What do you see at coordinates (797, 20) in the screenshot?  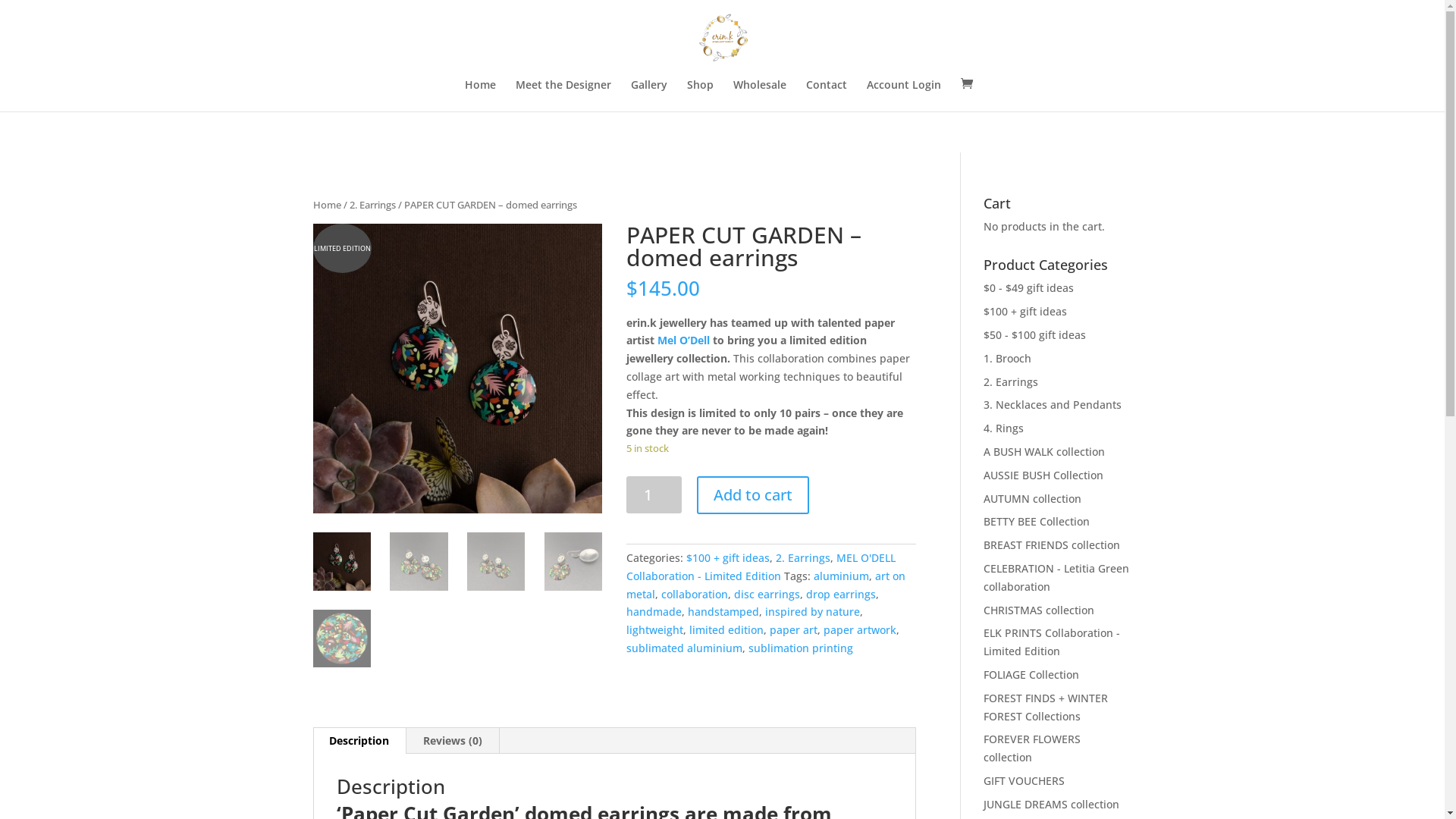 I see `'SHOP NOW'` at bounding box center [797, 20].